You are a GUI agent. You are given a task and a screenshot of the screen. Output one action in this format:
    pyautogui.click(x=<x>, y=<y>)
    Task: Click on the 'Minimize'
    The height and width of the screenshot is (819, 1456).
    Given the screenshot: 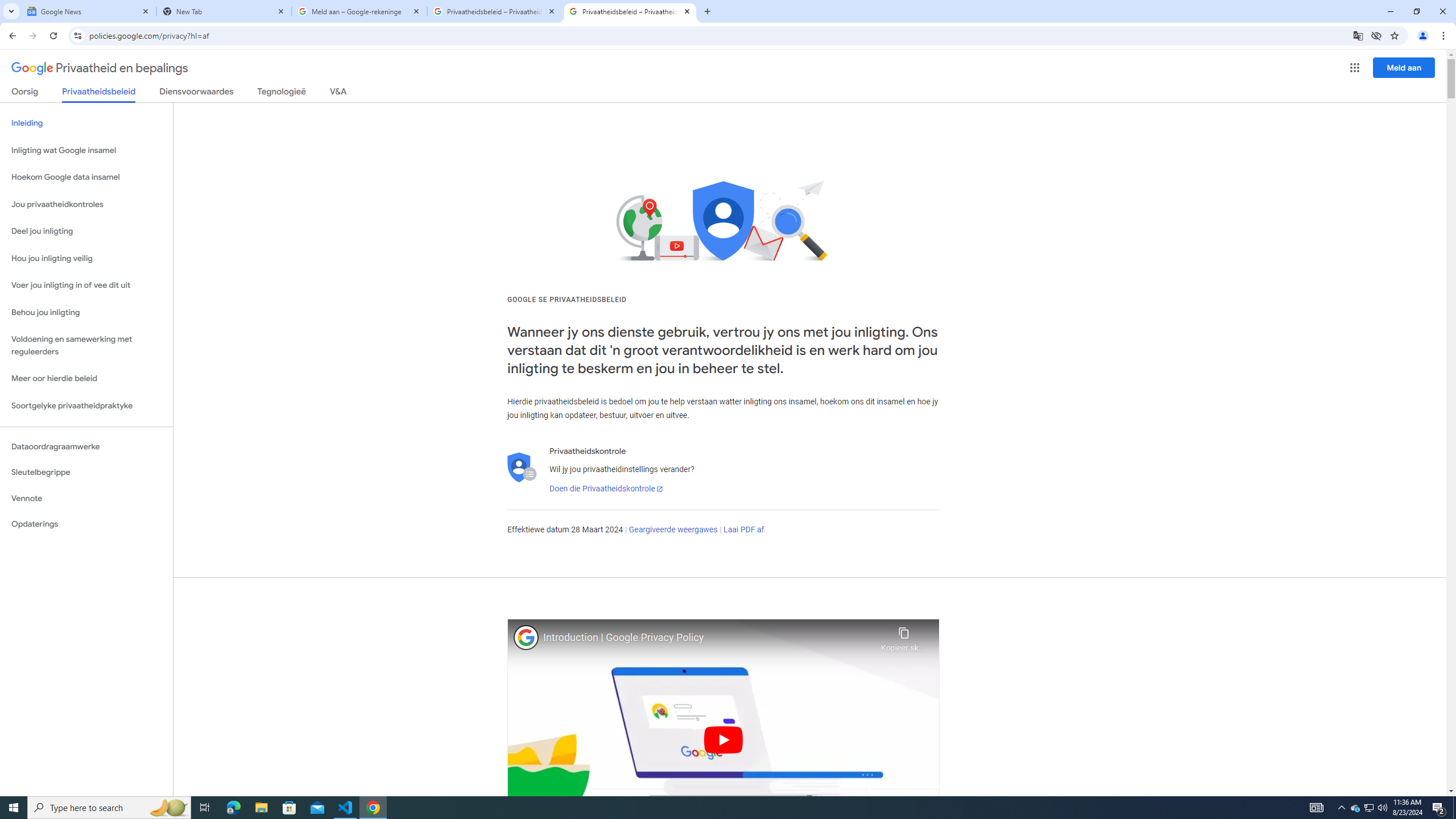 What is the action you would take?
    pyautogui.click(x=1389, y=11)
    